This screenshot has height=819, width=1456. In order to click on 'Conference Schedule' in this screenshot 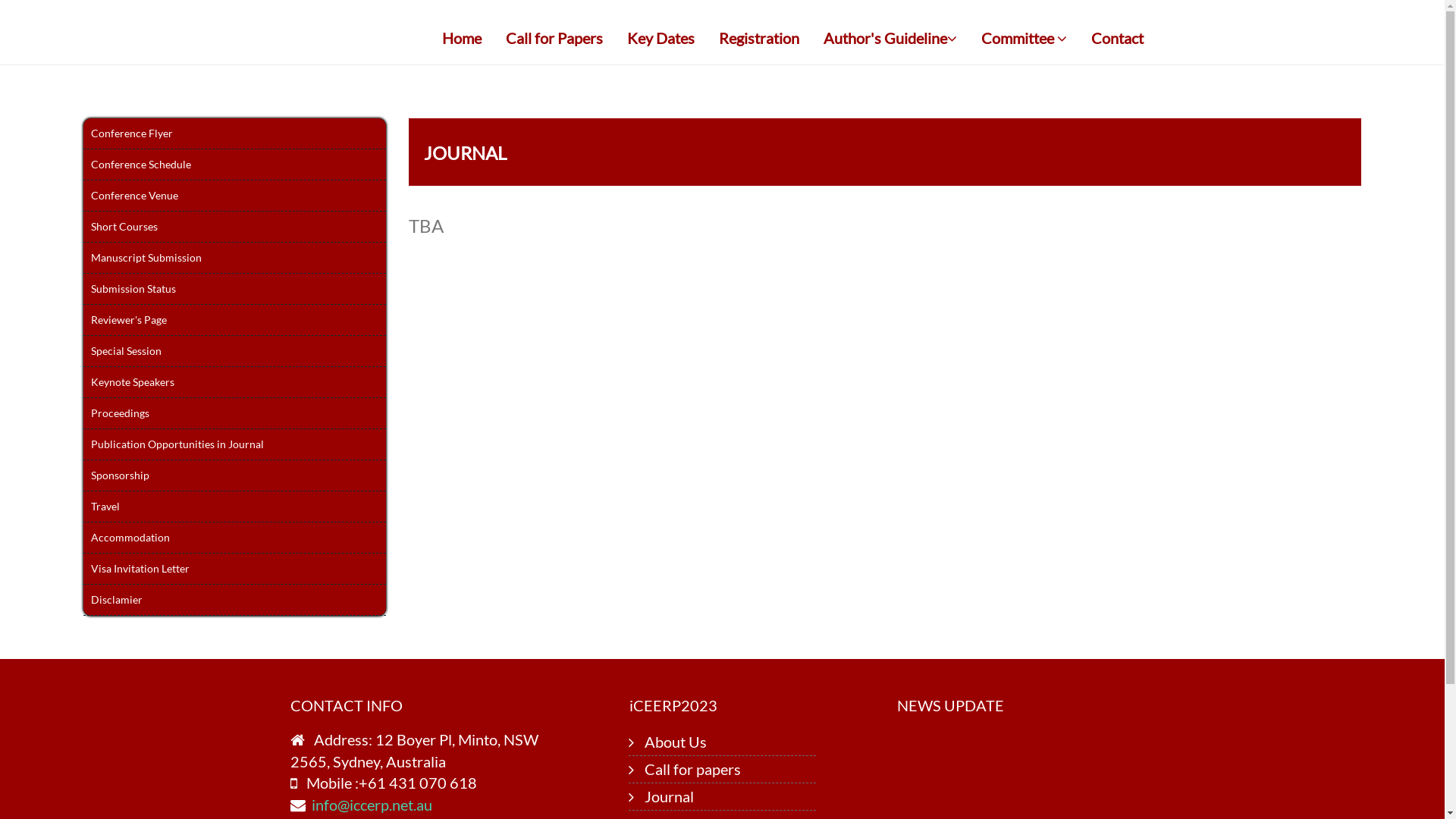, I will do `click(234, 165)`.